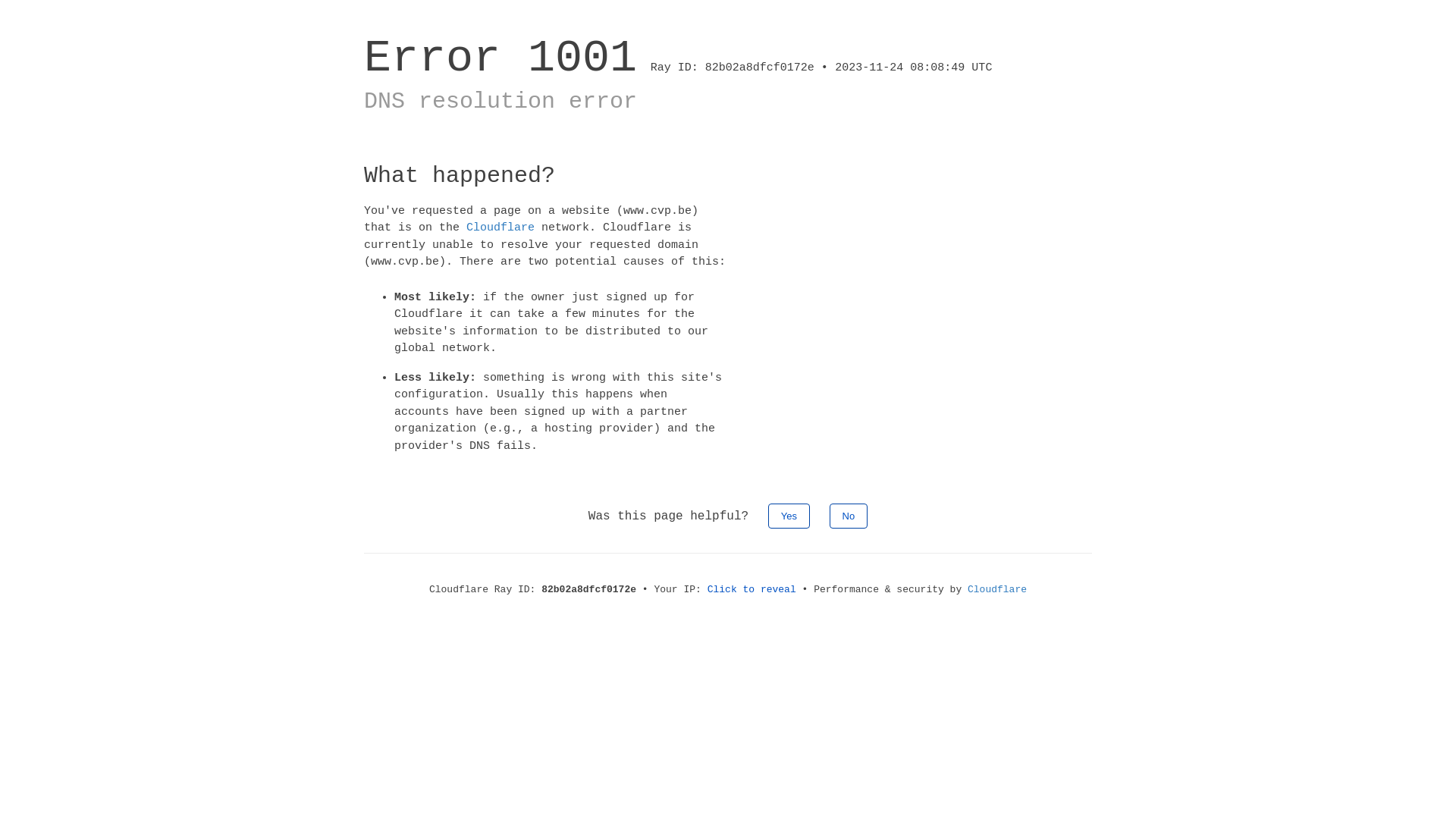 The image size is (1456, 819). What do you see at coordinates (465, 227) in the screenshot?
I see `'Cloudflare'` at bounding box center [465, 227].